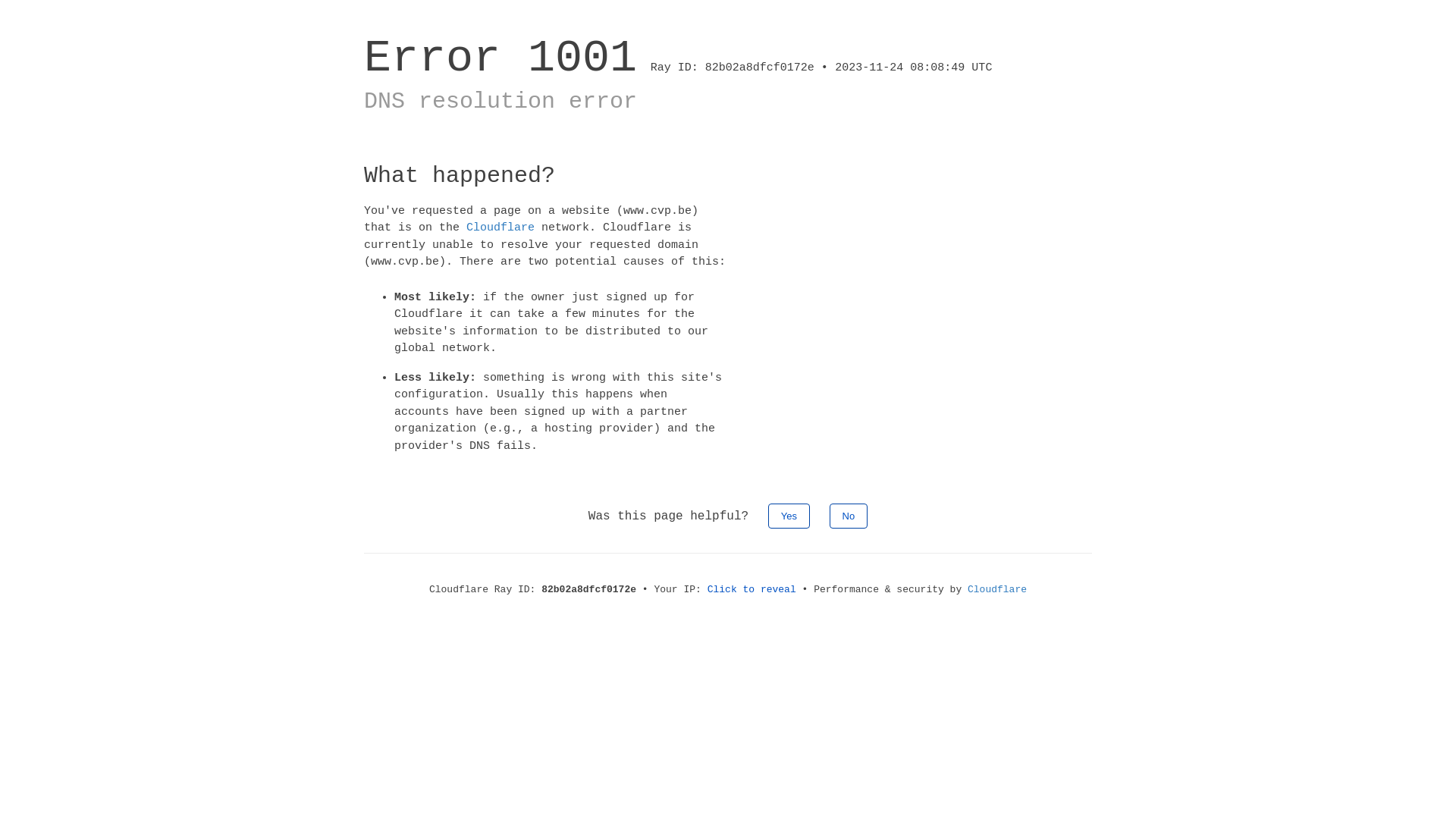 The image size is (1456, 819). What do you see at coordinates (465, 227) in the screenshot?
I see `'Cloudflare'` at bounding box center [465, 227].